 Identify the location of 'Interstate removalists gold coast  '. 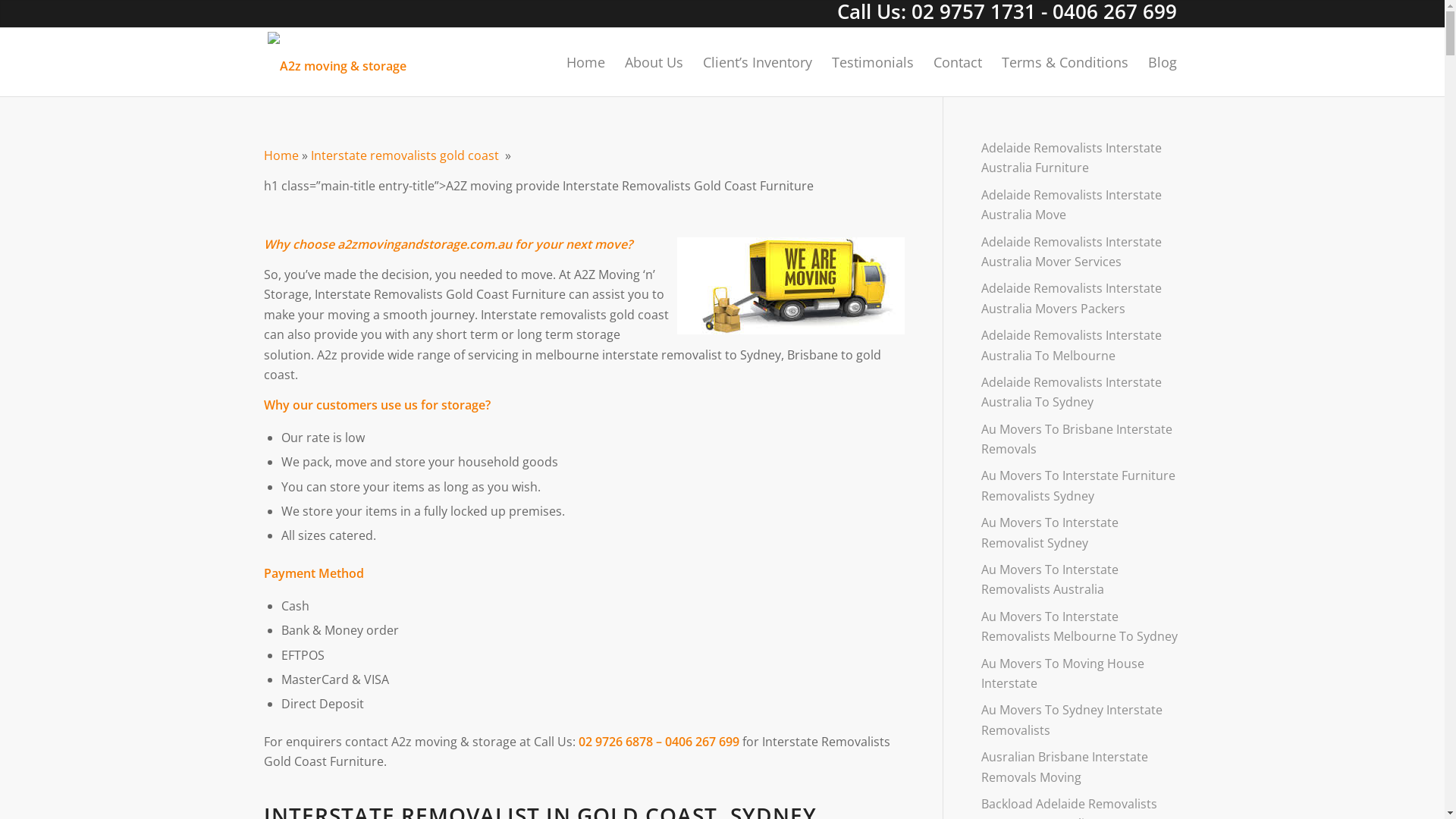
(407, 155).